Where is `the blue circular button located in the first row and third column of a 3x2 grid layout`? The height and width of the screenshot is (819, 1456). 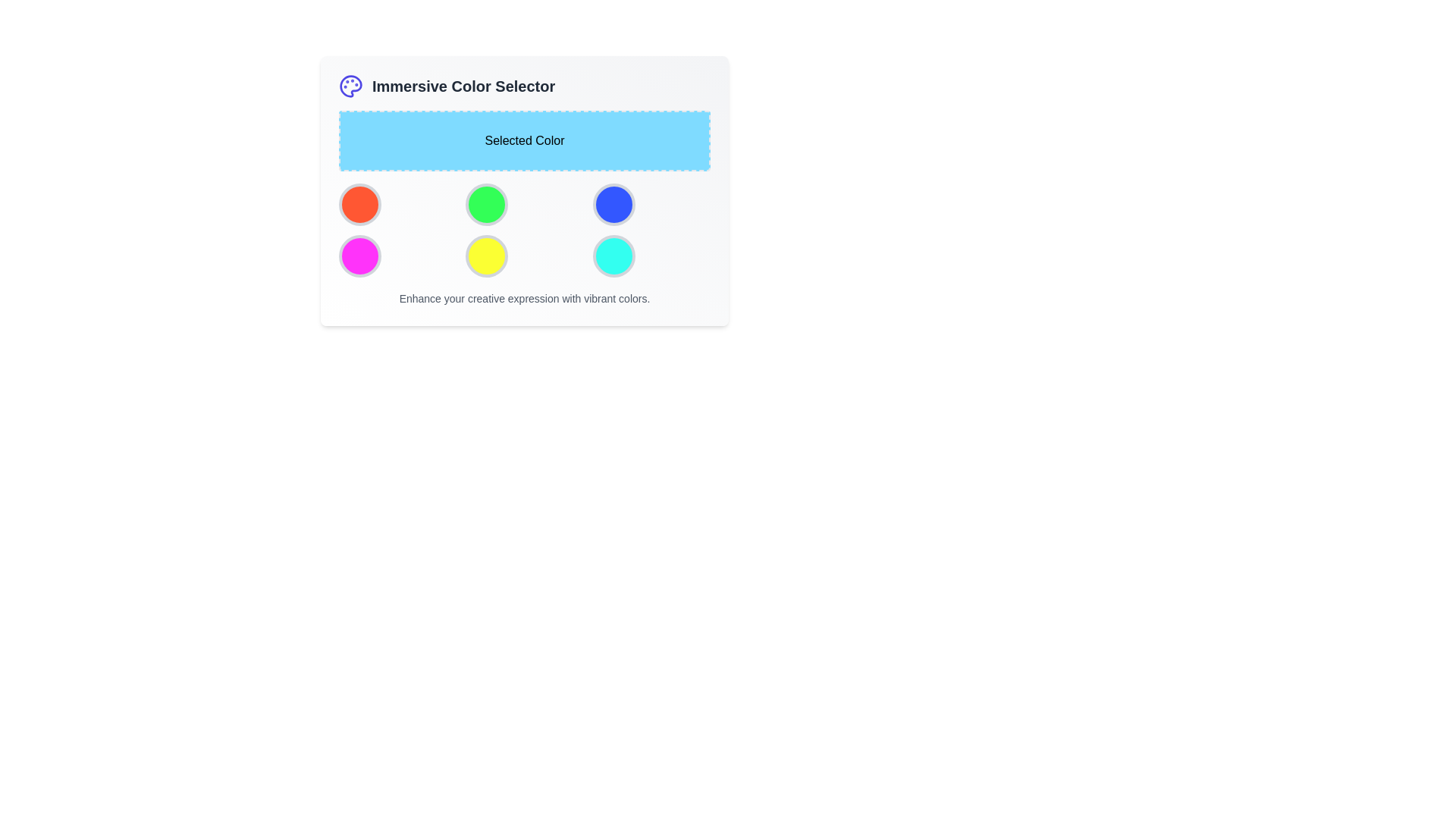
the blue circular button located in the first row and third column of a 3x2 grid layout is located at coordinates (613, 205).